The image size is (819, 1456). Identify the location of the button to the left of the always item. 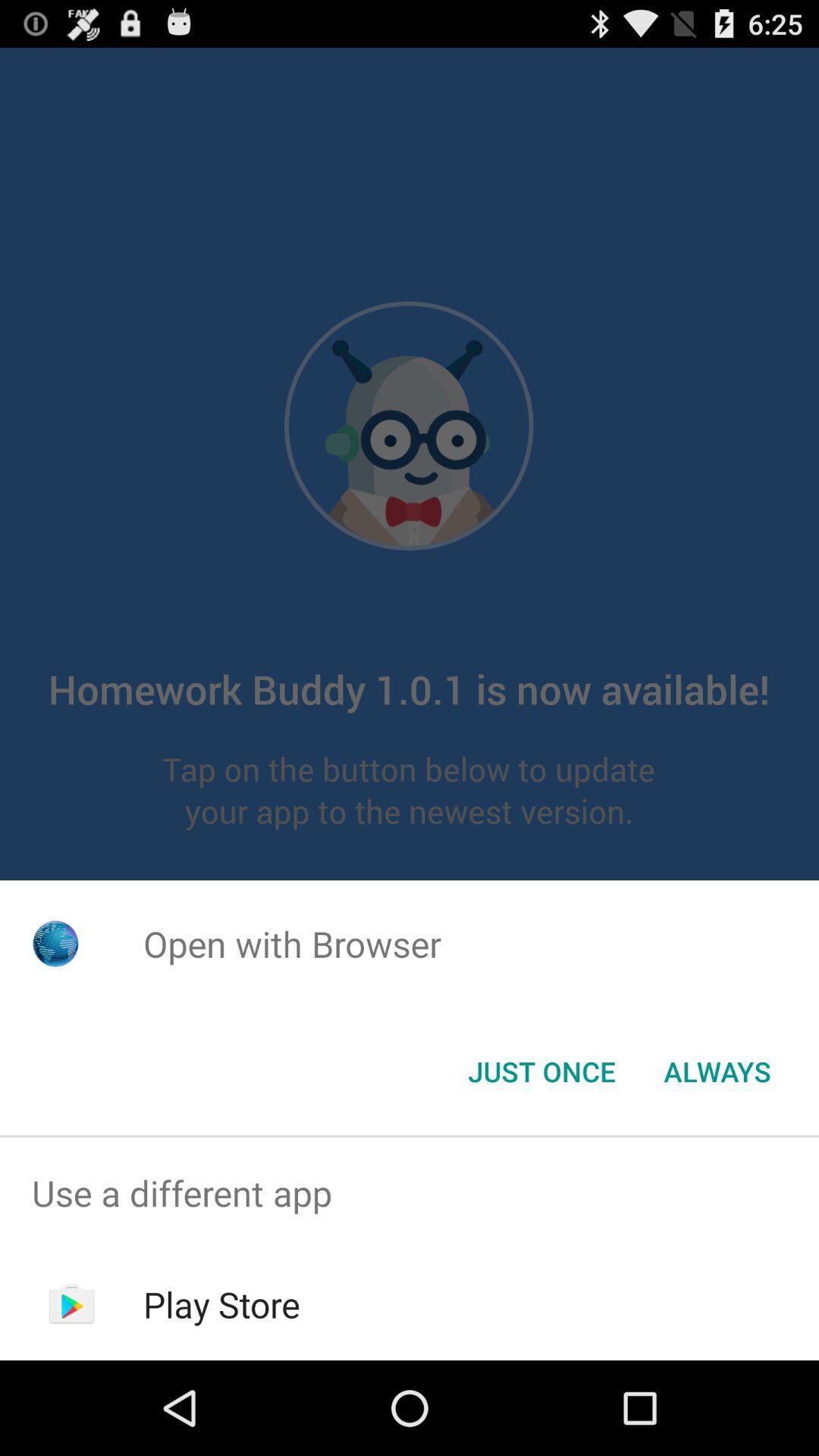
(541, 1070).